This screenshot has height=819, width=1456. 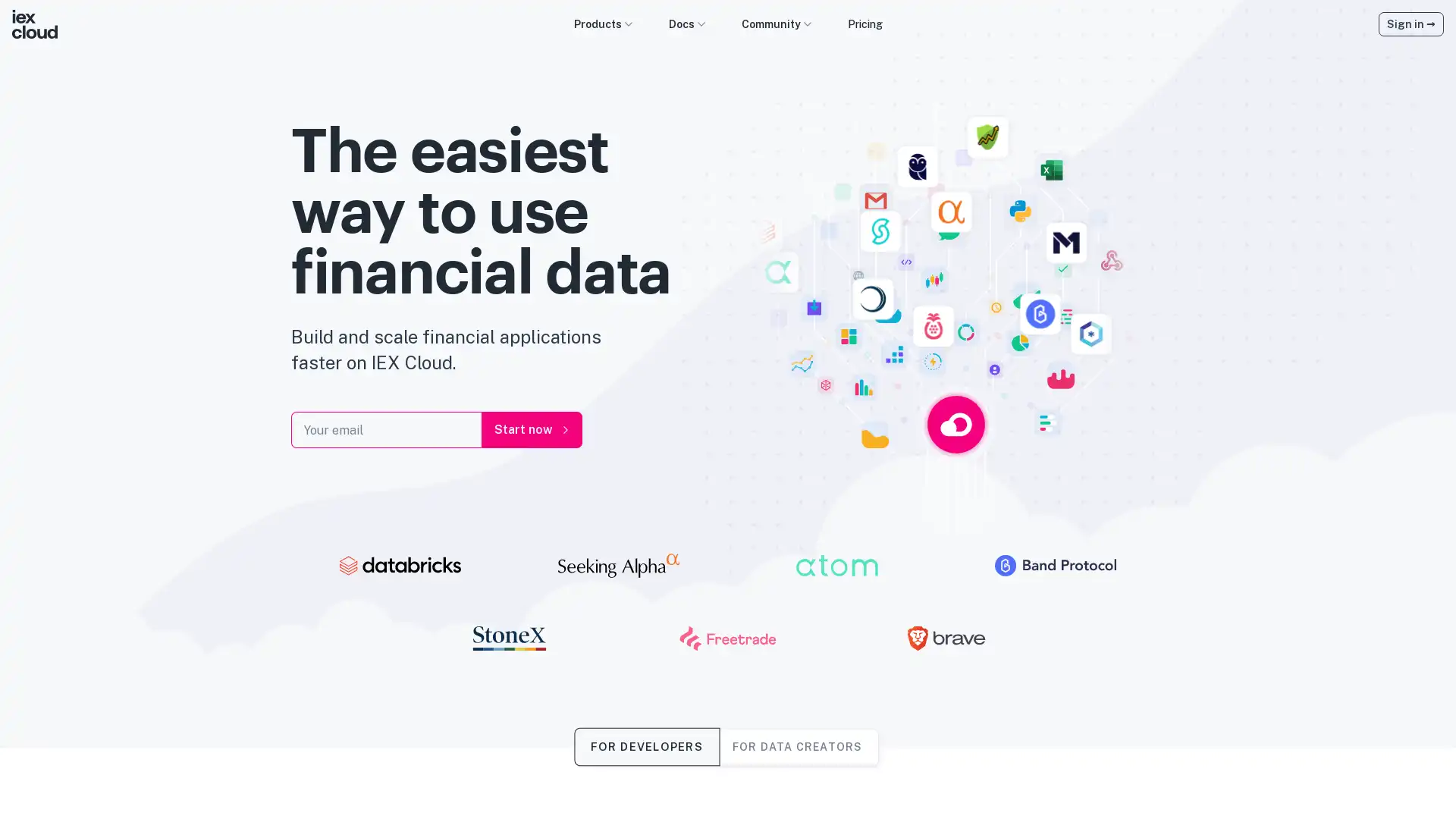 What do you see at coordinates (796, 745) in the screenshot?
I see `FOR DATA CREATORS` at bounding box center [796, 745].